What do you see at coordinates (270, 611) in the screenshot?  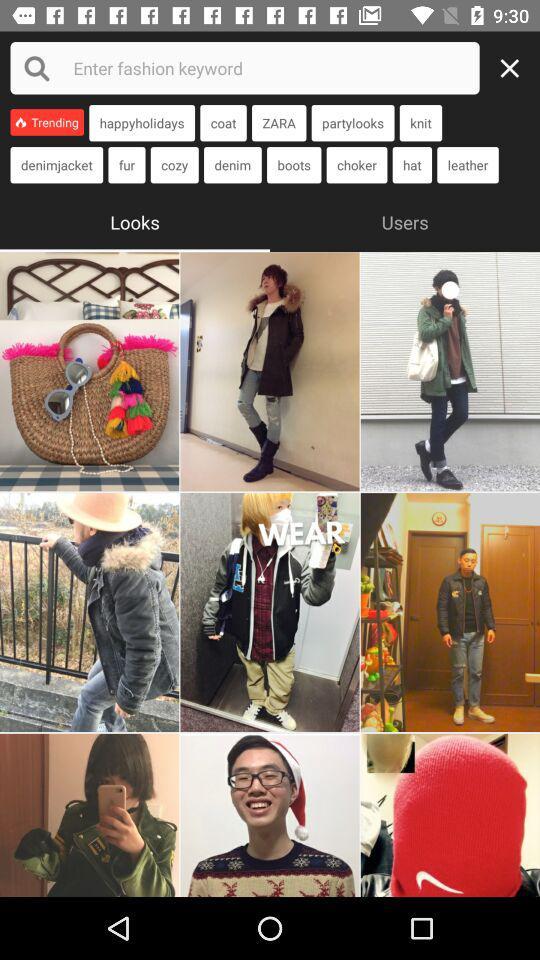 I see `share the article` at bounding box center [270, 611].